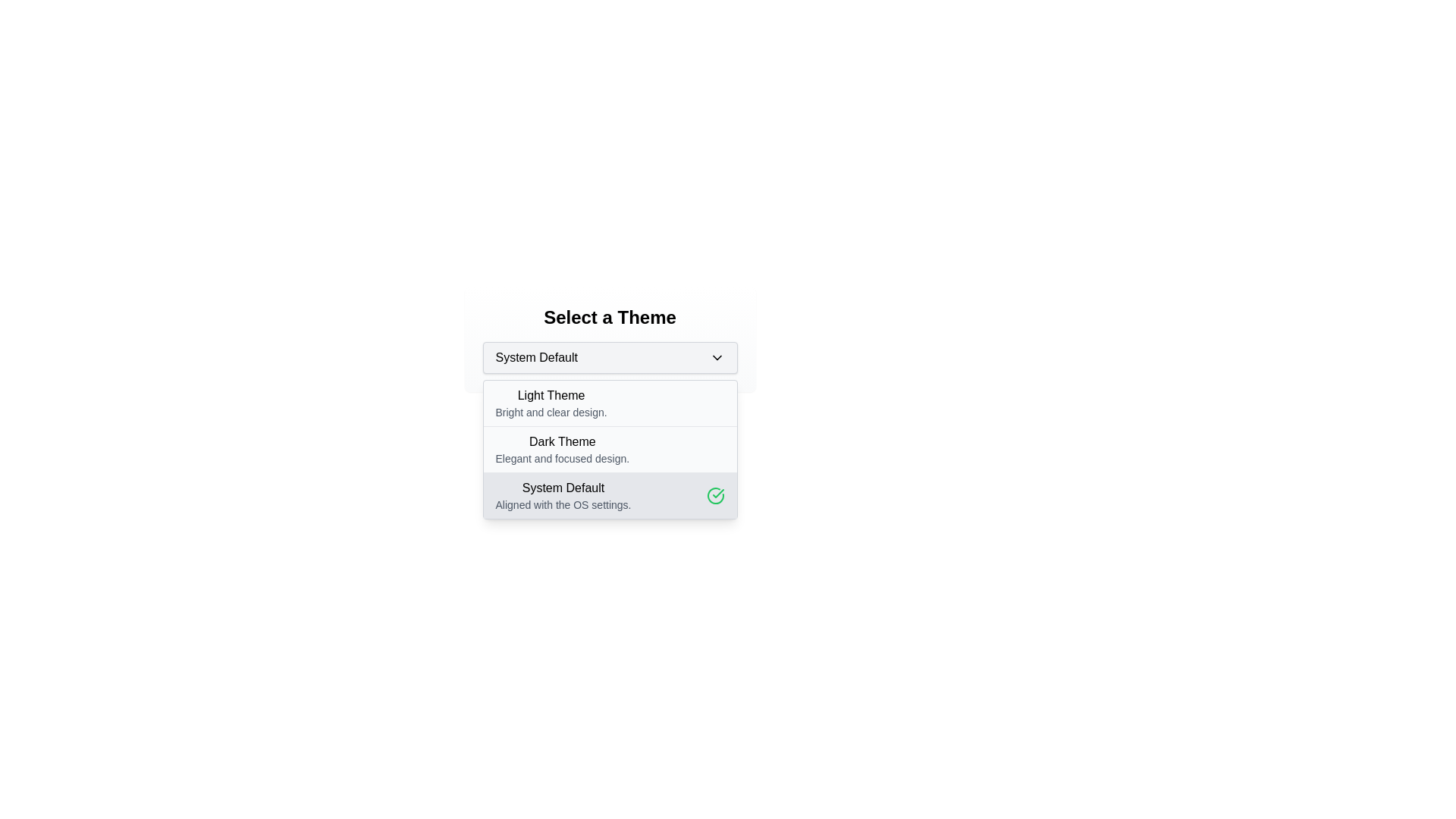 The height and width of the screenshot is (819, 1456). Describe the element at coordinates (610, 338) in the screenshot. I see `the dropdown menu for theme selection located below the title 'Select a Theme'` at that location.